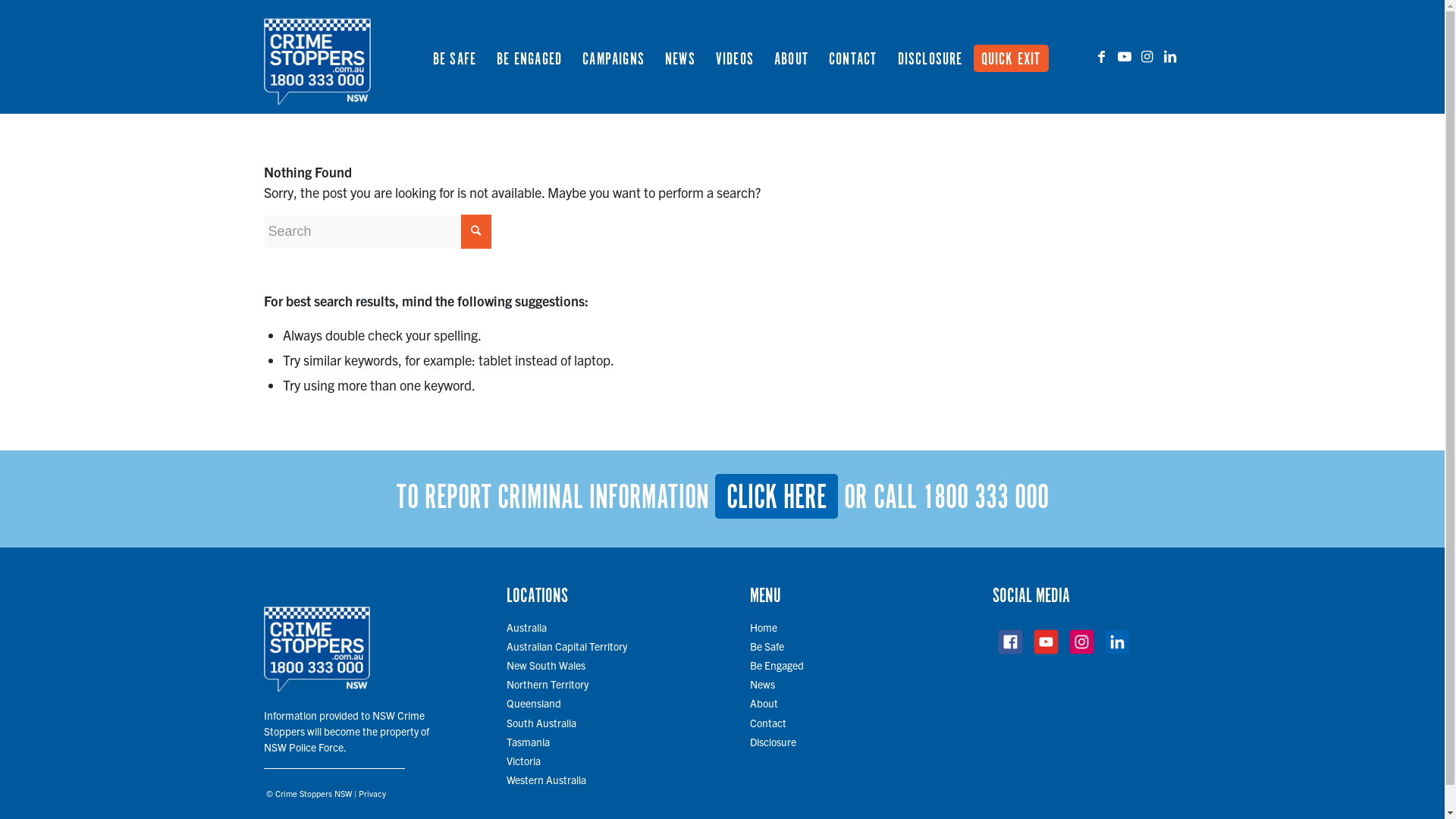 The width and height of the screenshot is (1456, 819). Describe the element at coordinates (546, 664) in the screenshot. I see `'New South Wales'` at that location.